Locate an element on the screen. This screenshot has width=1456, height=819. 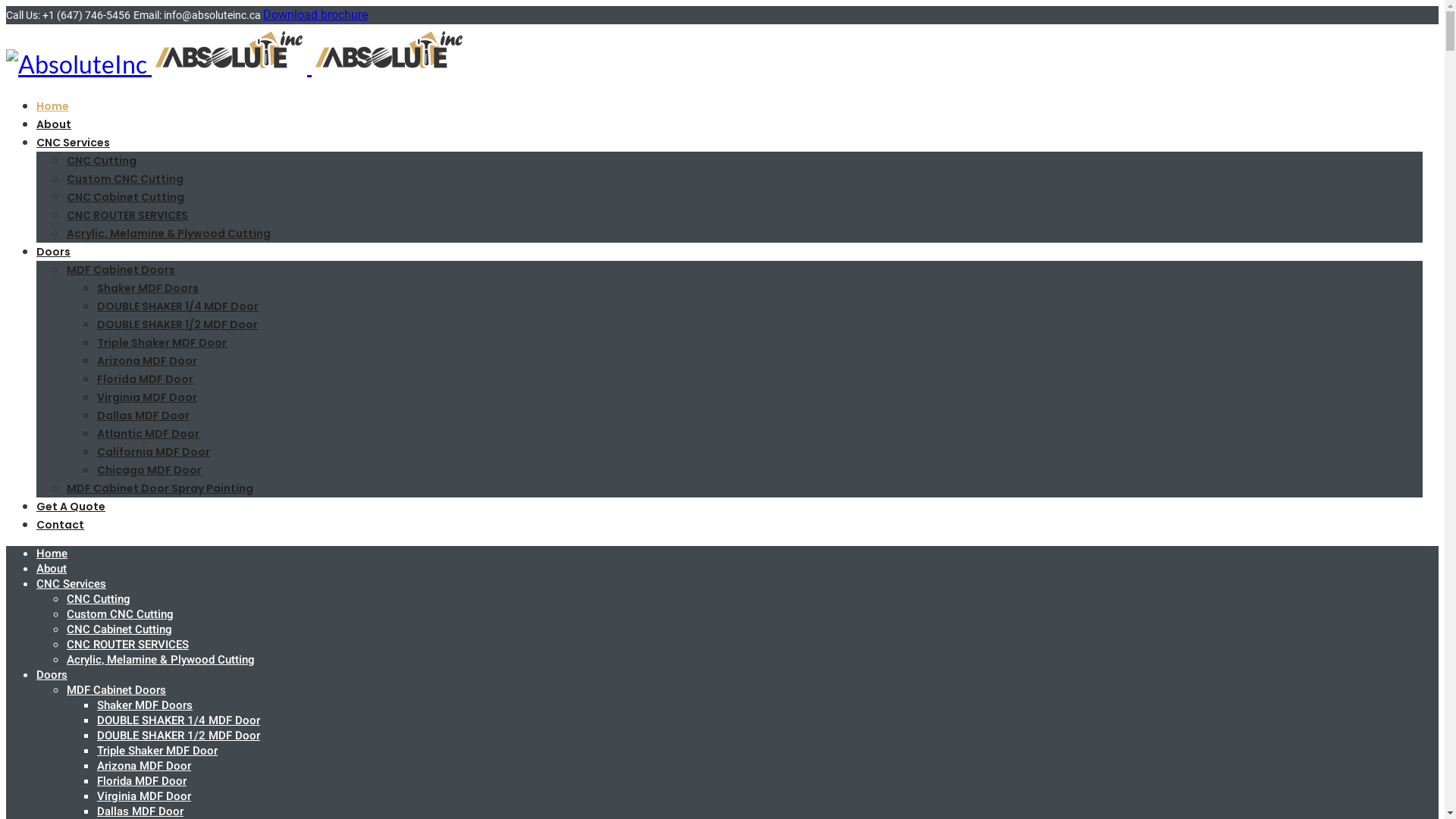
'MDF Cabinet Doors' is located at coordinates (115, 690).